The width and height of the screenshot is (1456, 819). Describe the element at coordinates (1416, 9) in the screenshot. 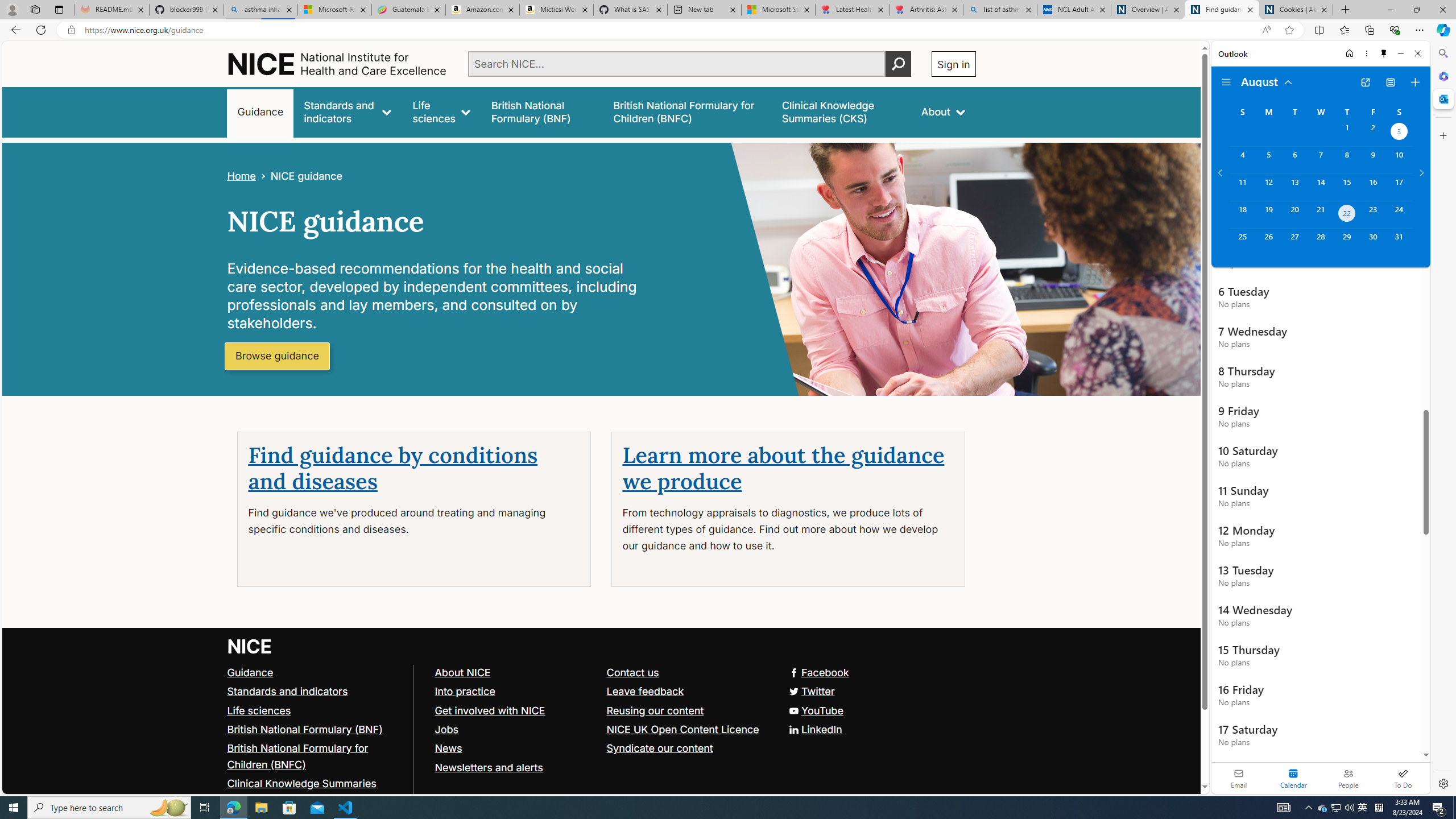

I see `'Restore'` at that location.